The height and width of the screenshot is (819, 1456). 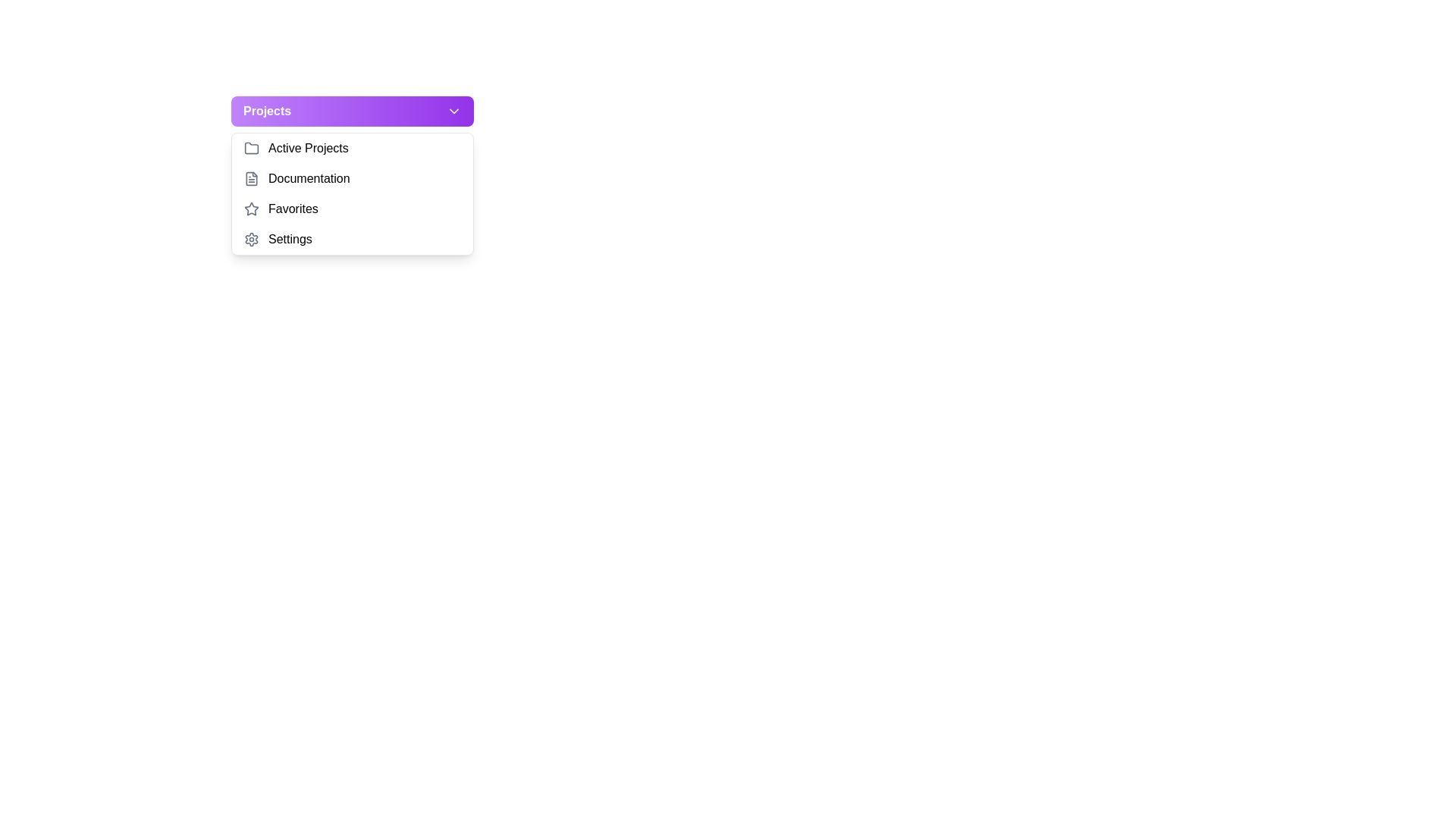 What do you see at coordinates (251, 149) in the screenshot?
I see `the folder icon representing 'Active Projects' in the dropdown menu titled 'Projects'` at bounding box center [251, 149].